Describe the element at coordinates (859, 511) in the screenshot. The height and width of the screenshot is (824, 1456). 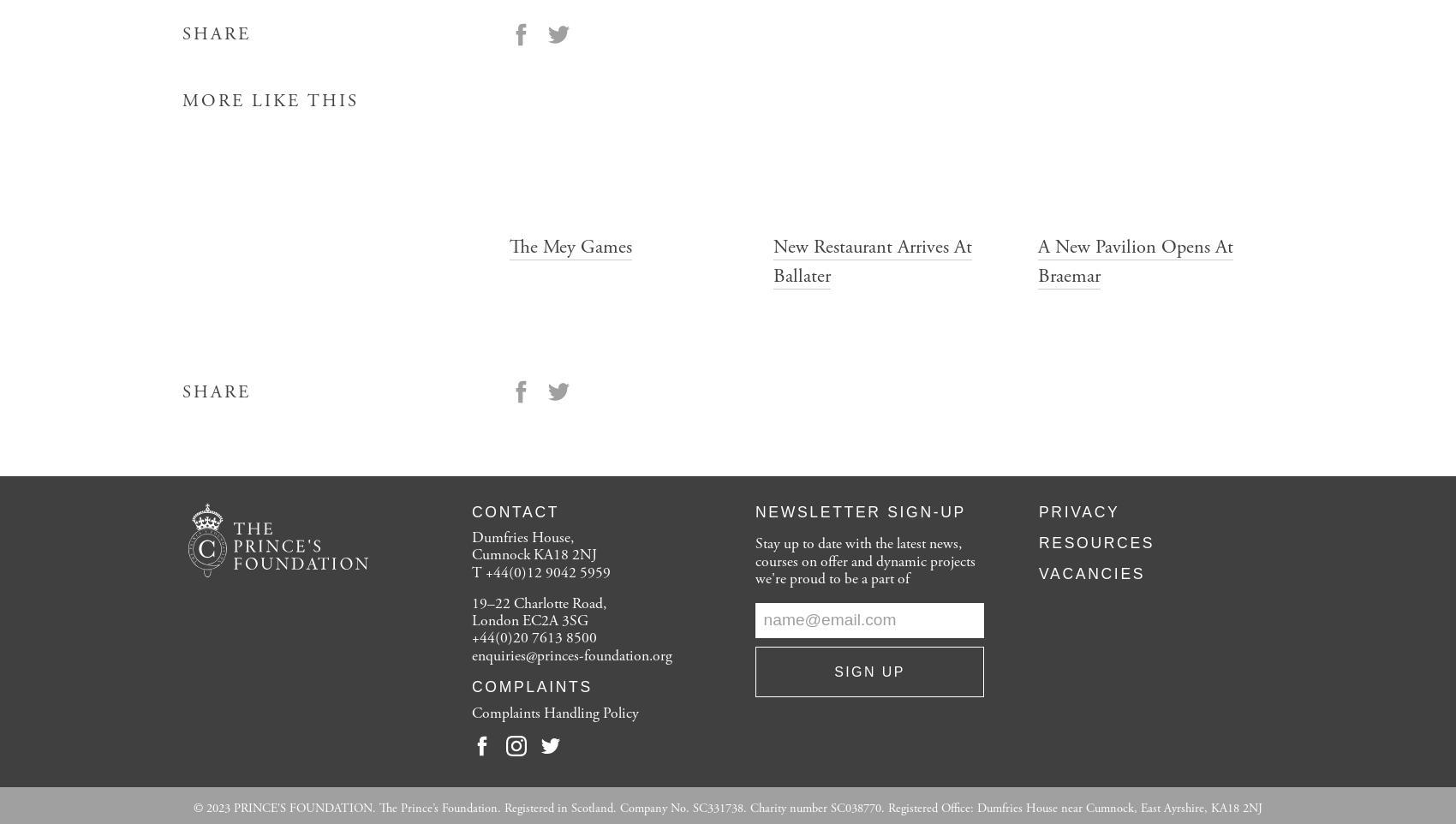
I see `'Newsletter sign-up'` at that location.